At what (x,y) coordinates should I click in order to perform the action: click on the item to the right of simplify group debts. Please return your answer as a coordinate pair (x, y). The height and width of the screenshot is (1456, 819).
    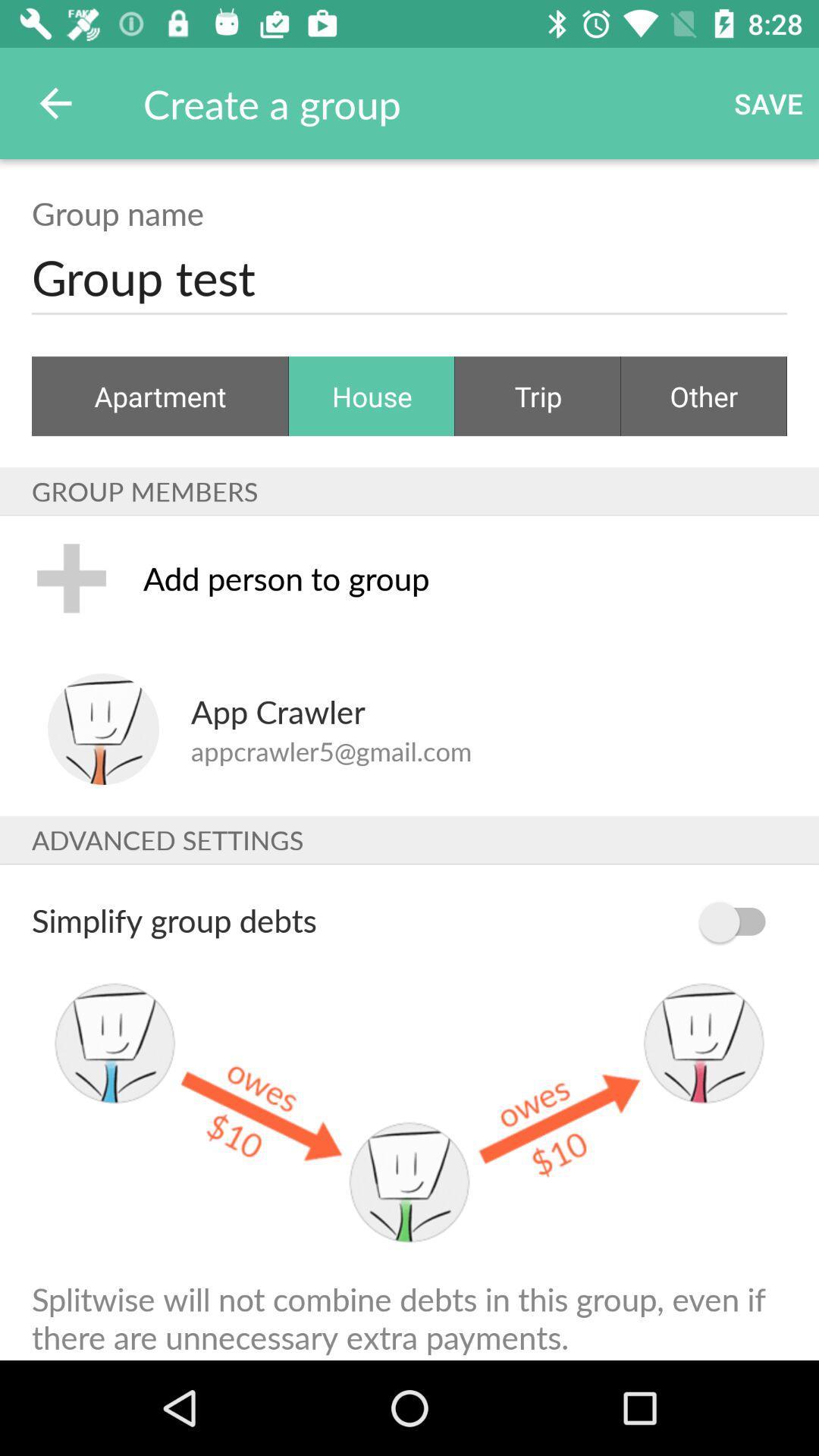
    Looking at the image, I should click on (739, 921).